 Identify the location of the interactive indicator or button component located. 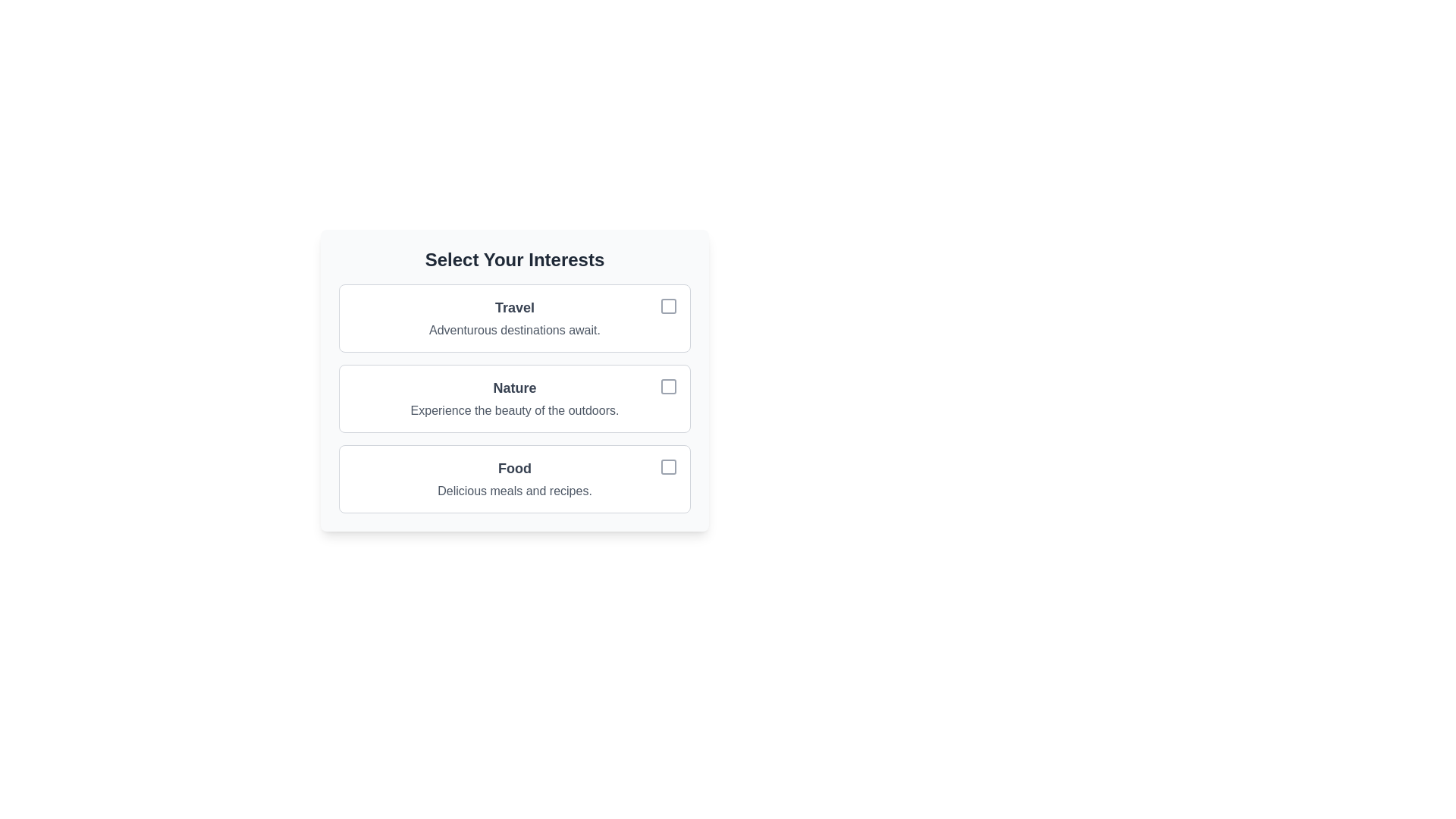
(668, 466).